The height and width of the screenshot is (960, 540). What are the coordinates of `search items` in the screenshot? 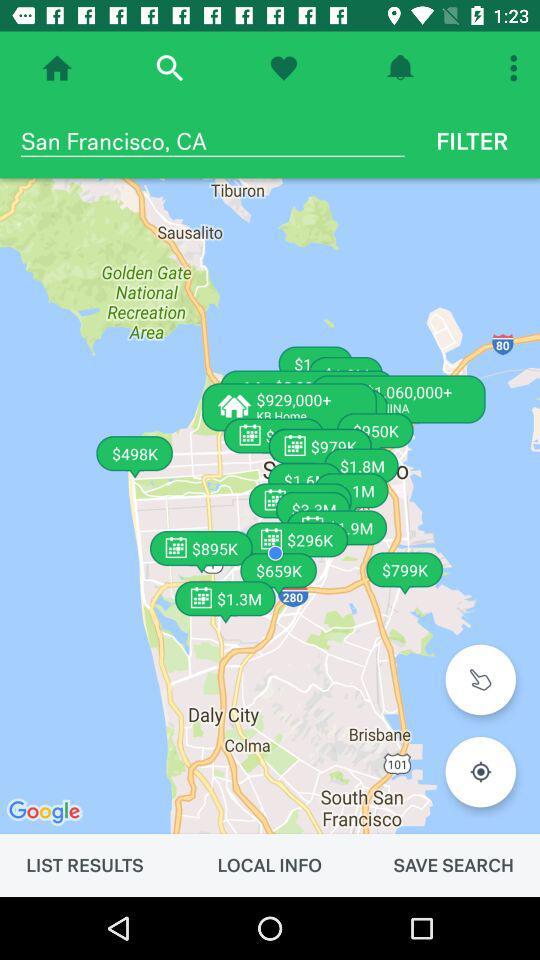 It's located at (168, 68).